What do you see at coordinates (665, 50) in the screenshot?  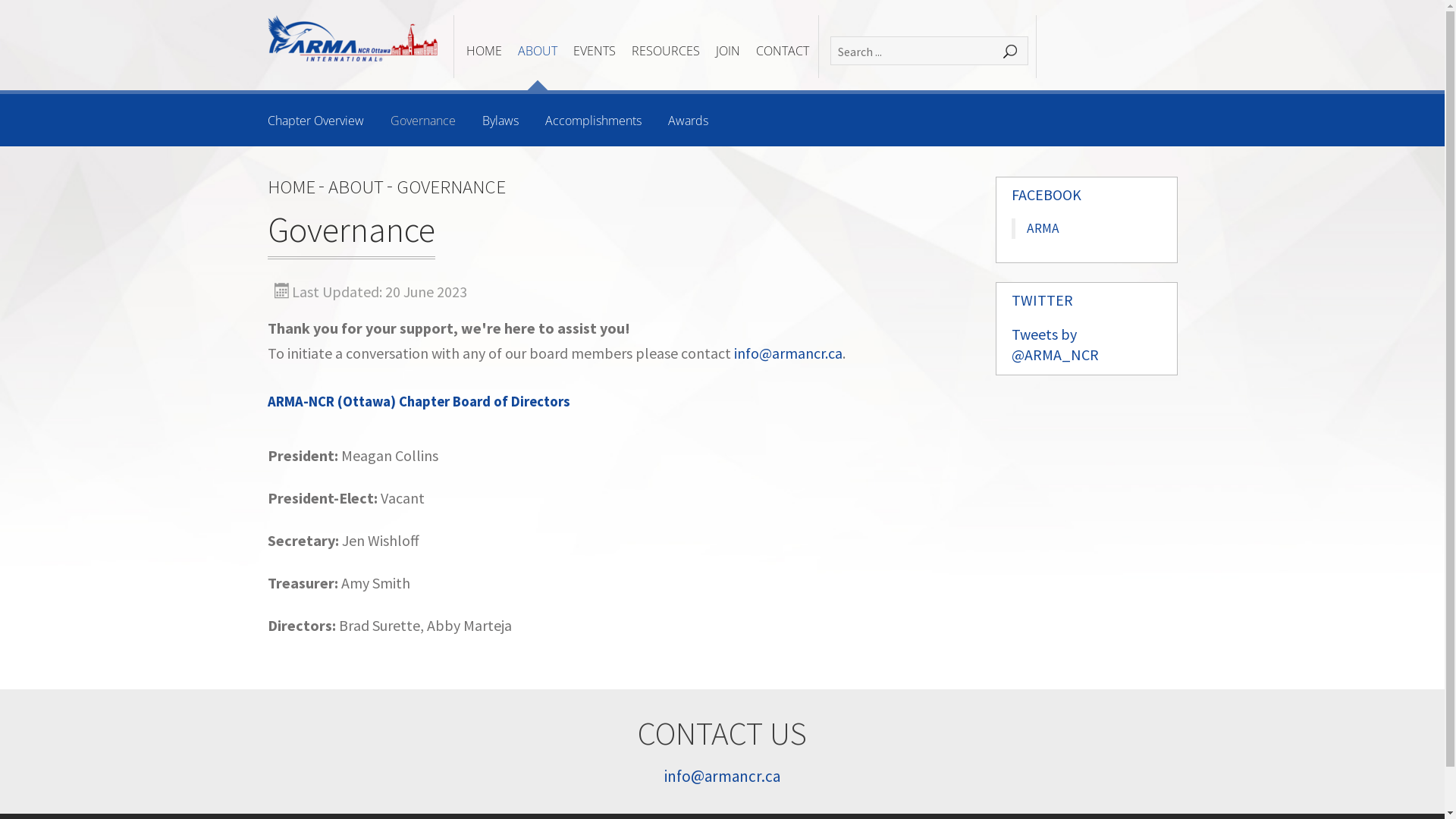 I see `'RESOURCES'` at bounding box center [665, 50].